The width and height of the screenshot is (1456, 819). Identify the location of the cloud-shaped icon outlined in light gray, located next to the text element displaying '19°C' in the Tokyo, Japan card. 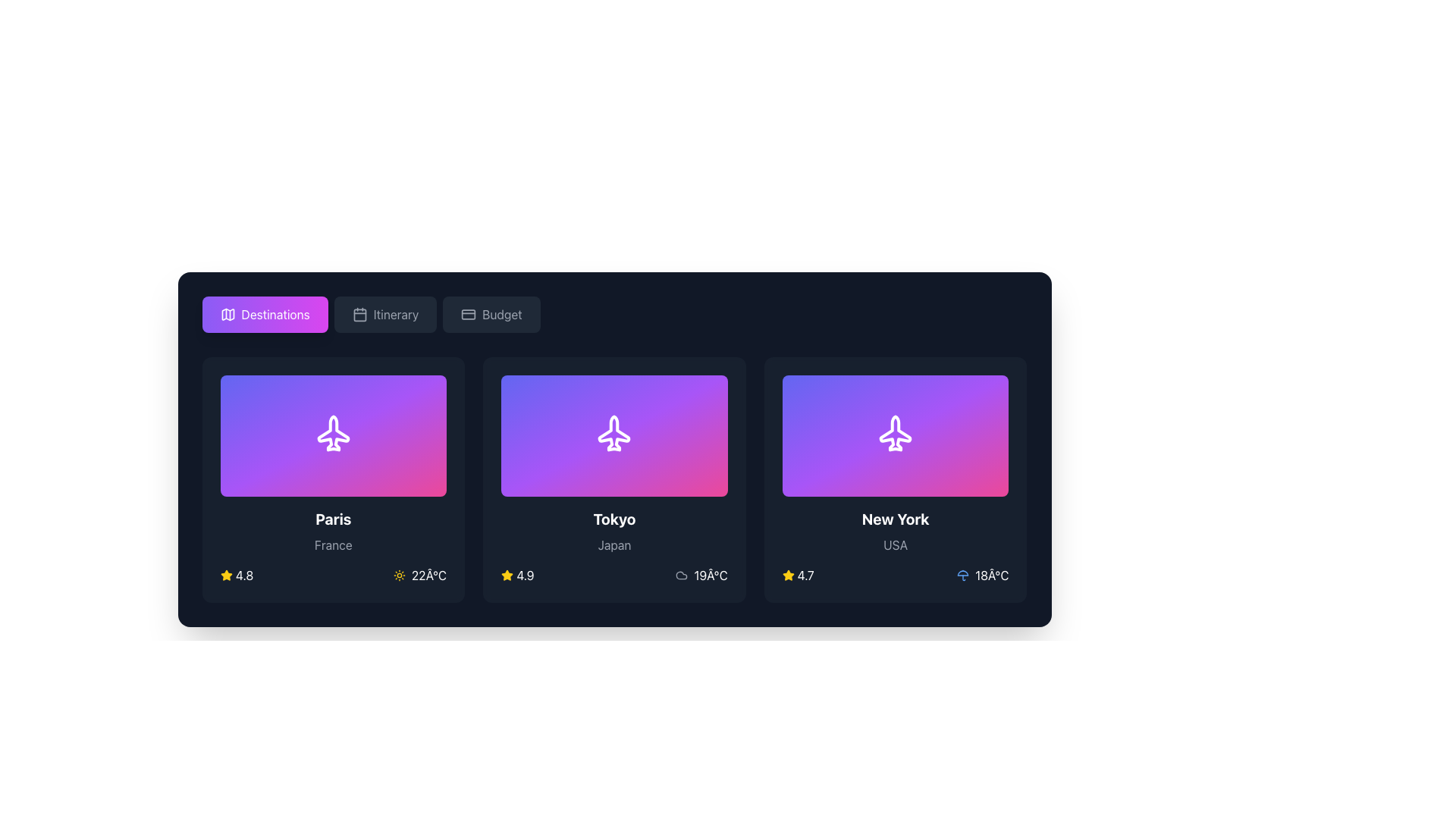
(681, 576).